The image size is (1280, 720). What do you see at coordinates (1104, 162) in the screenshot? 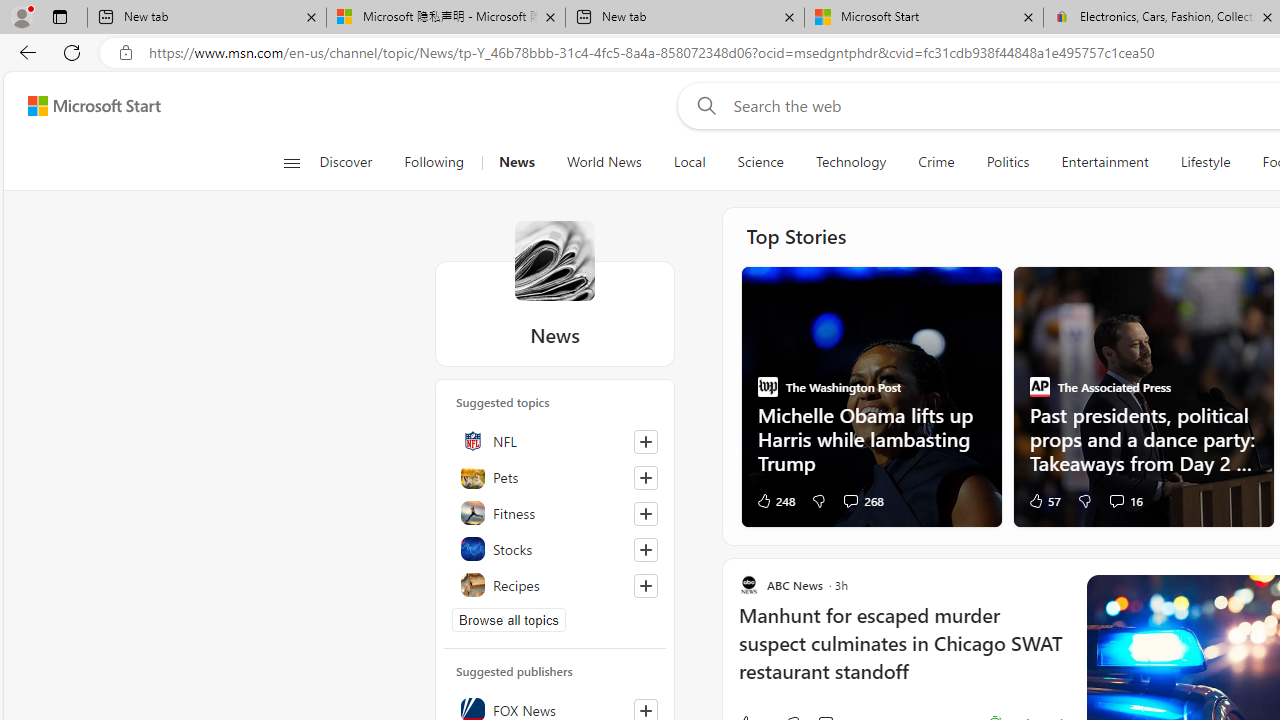
I see `'Entertainment'` at bounding box center [1104, 162].